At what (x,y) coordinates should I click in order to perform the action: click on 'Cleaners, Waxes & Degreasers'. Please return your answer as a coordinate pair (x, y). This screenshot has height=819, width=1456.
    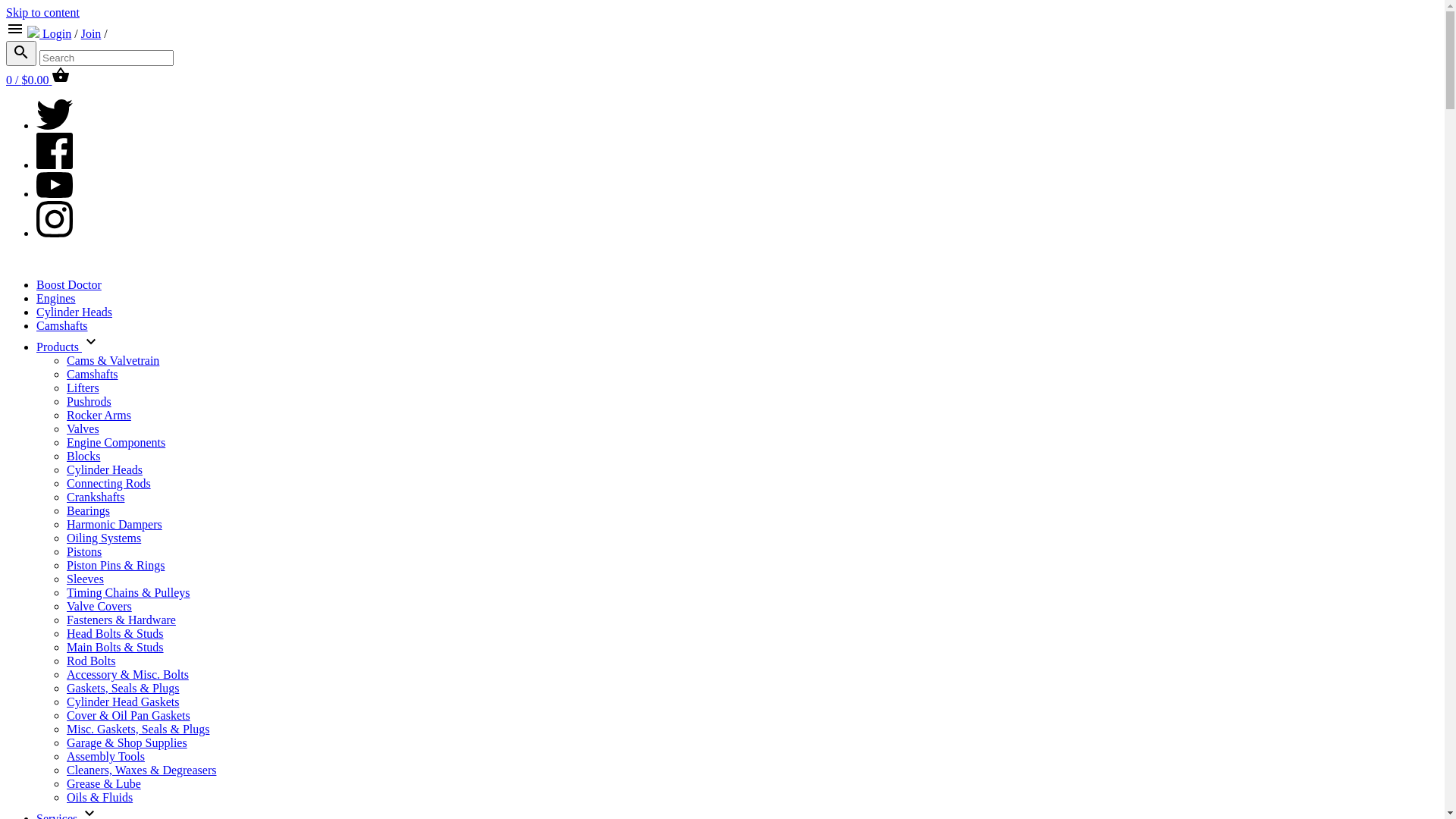
    Looking at the image, I should click on (141, 770).